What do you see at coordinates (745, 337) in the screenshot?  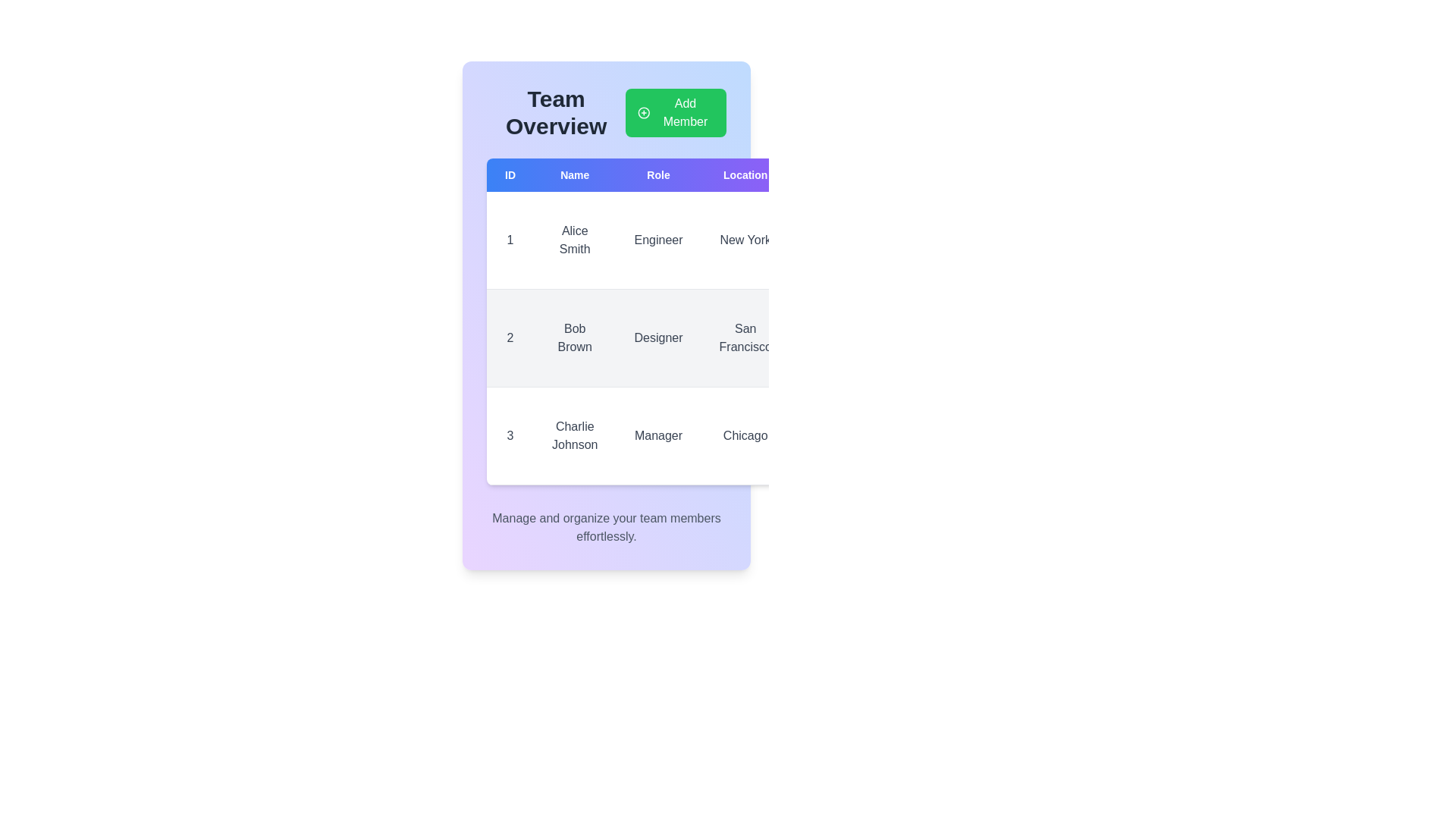 I see `the non-interactive text label displaying location information for 'Bob Brown', the Designer, located in the fourth column of the second row of the table` at bounding box center [745, 337].